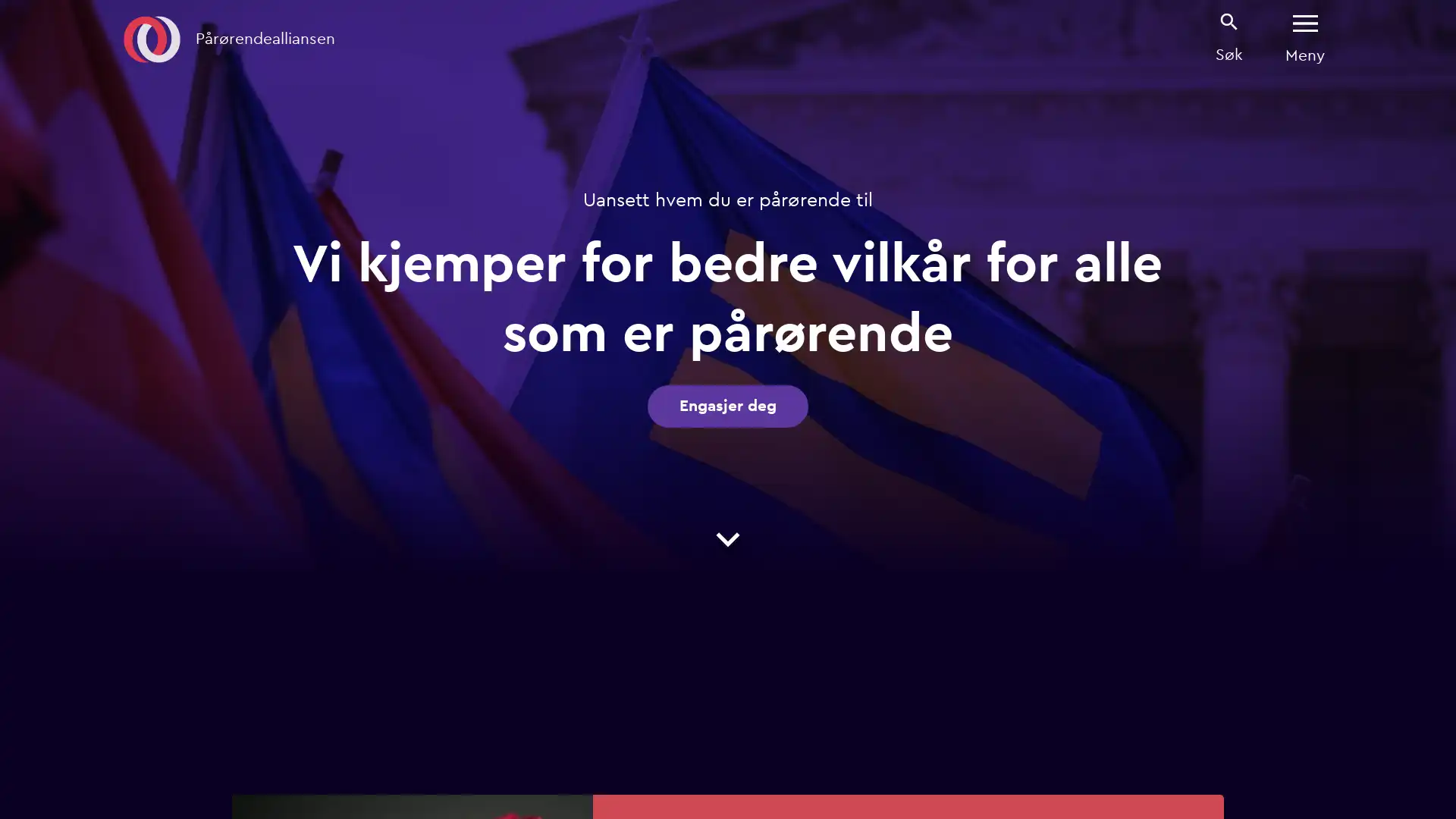 This screenshot has height=819, width=1456. Describe the element at coordinates (1304, 38) in the screenshot. I see `Meny` at that location.